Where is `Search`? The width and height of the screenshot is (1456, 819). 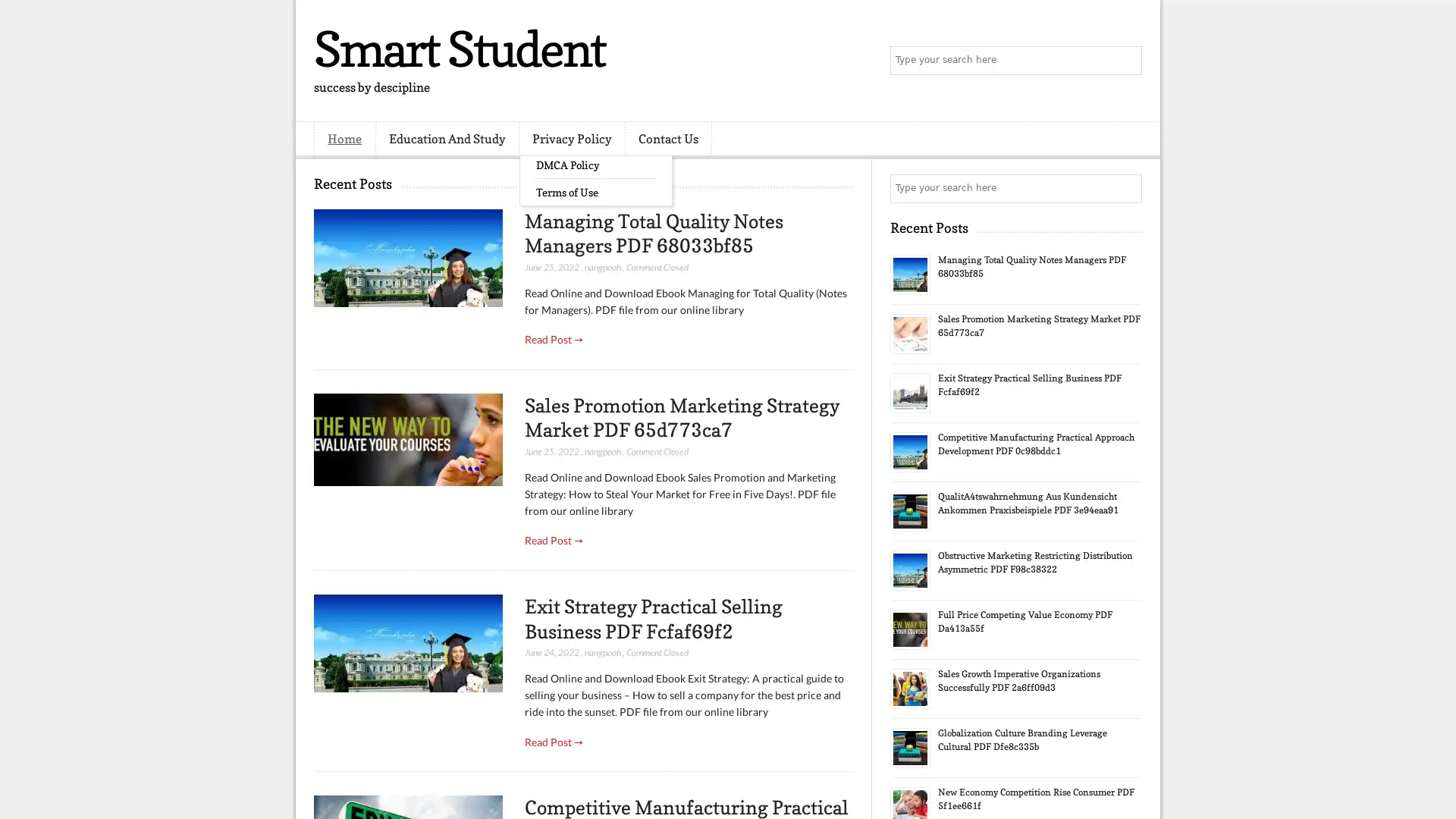 Search is located at coordinates (1126, 61).